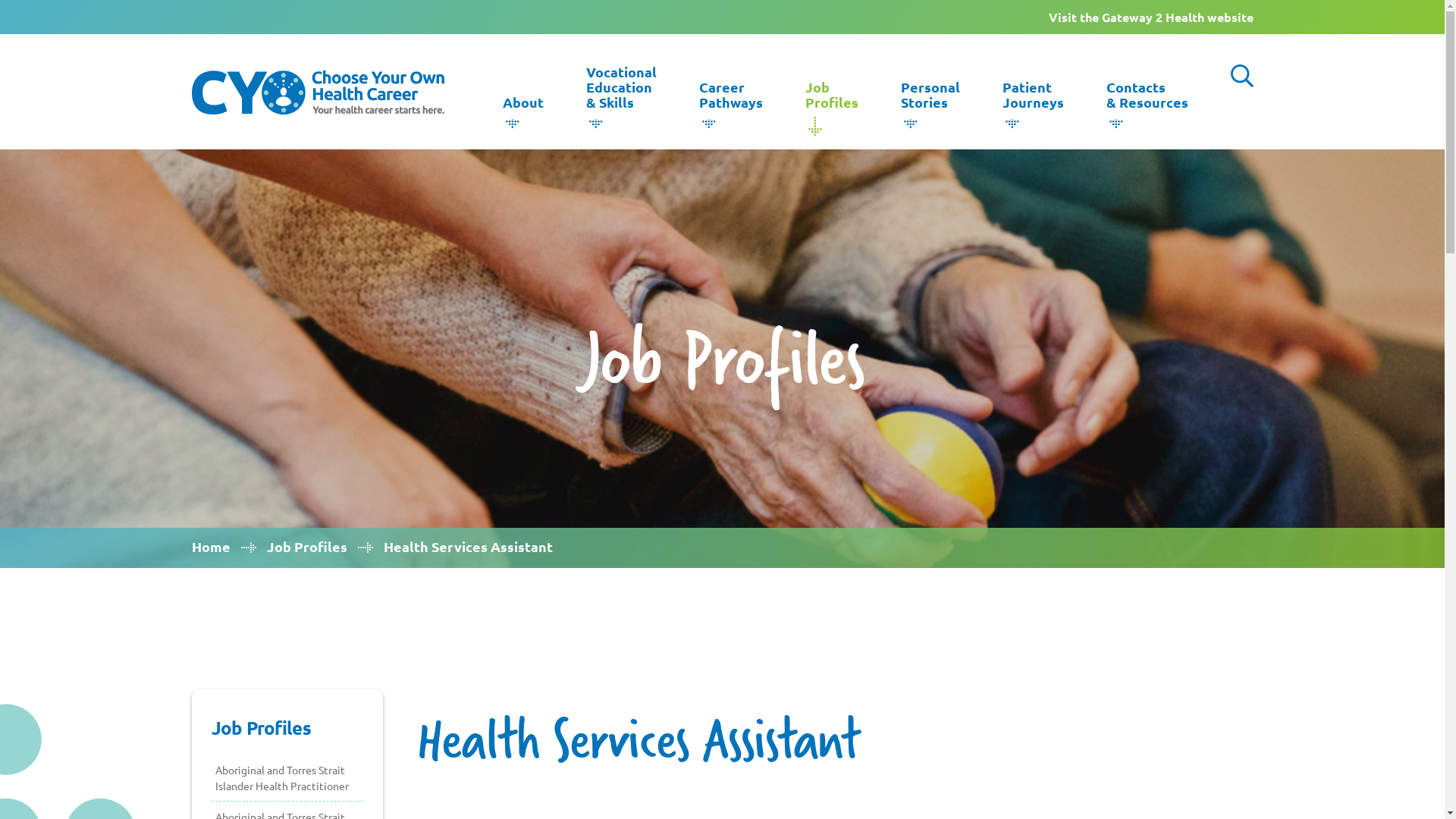 The width and height of the screenshot is (1456, 819). I want to click on 'Contacts, so click(1147, 99).